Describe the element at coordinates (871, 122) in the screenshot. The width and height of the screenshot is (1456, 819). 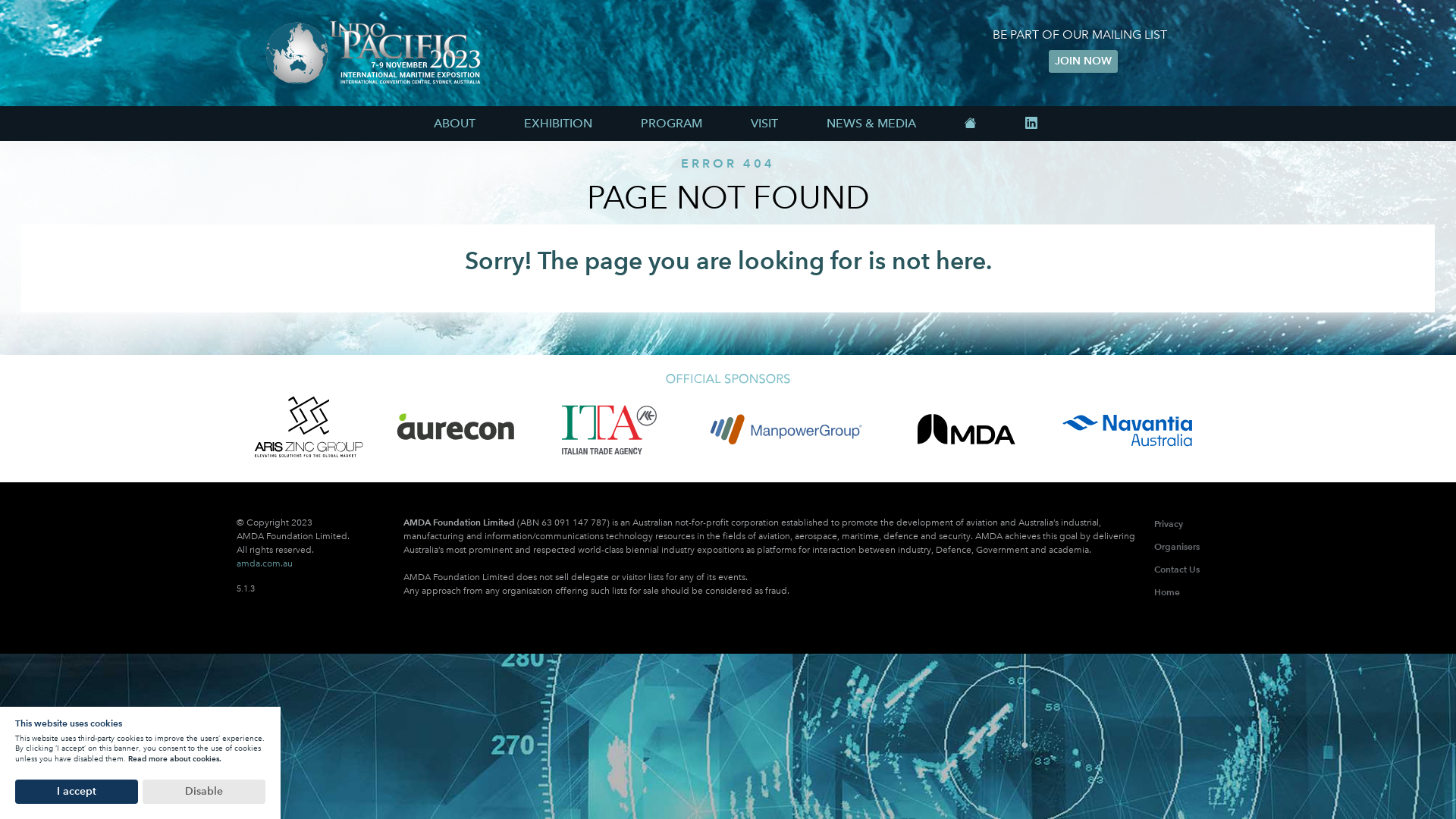
I see `'NEWS & MEDIA'` at that location.